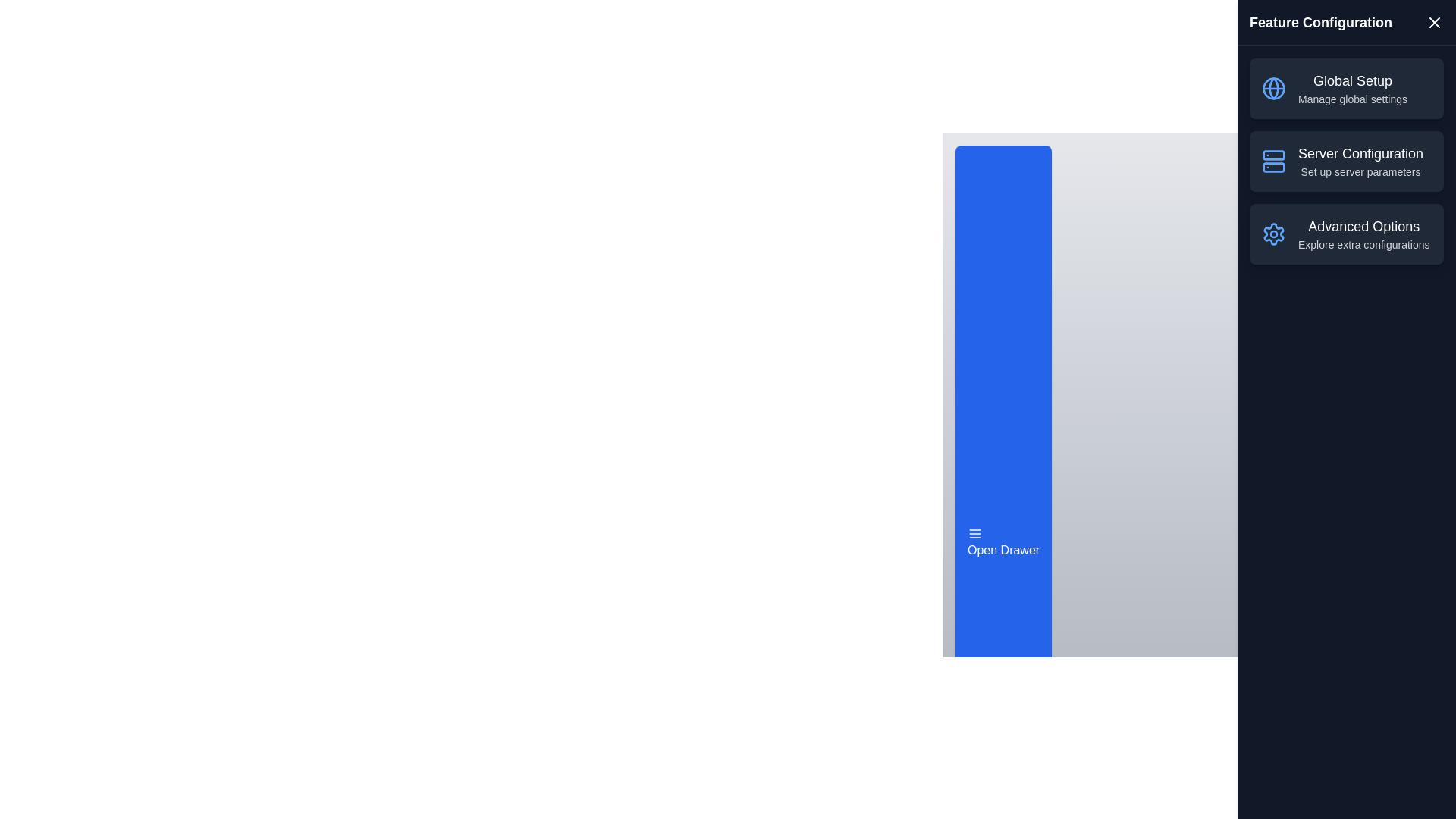 The width and height of the screenshot is (1456, 819). Describe the element at coordinates (1347, 88) in the screenshot. I see `the feature item Global Setup in the list` at that location.